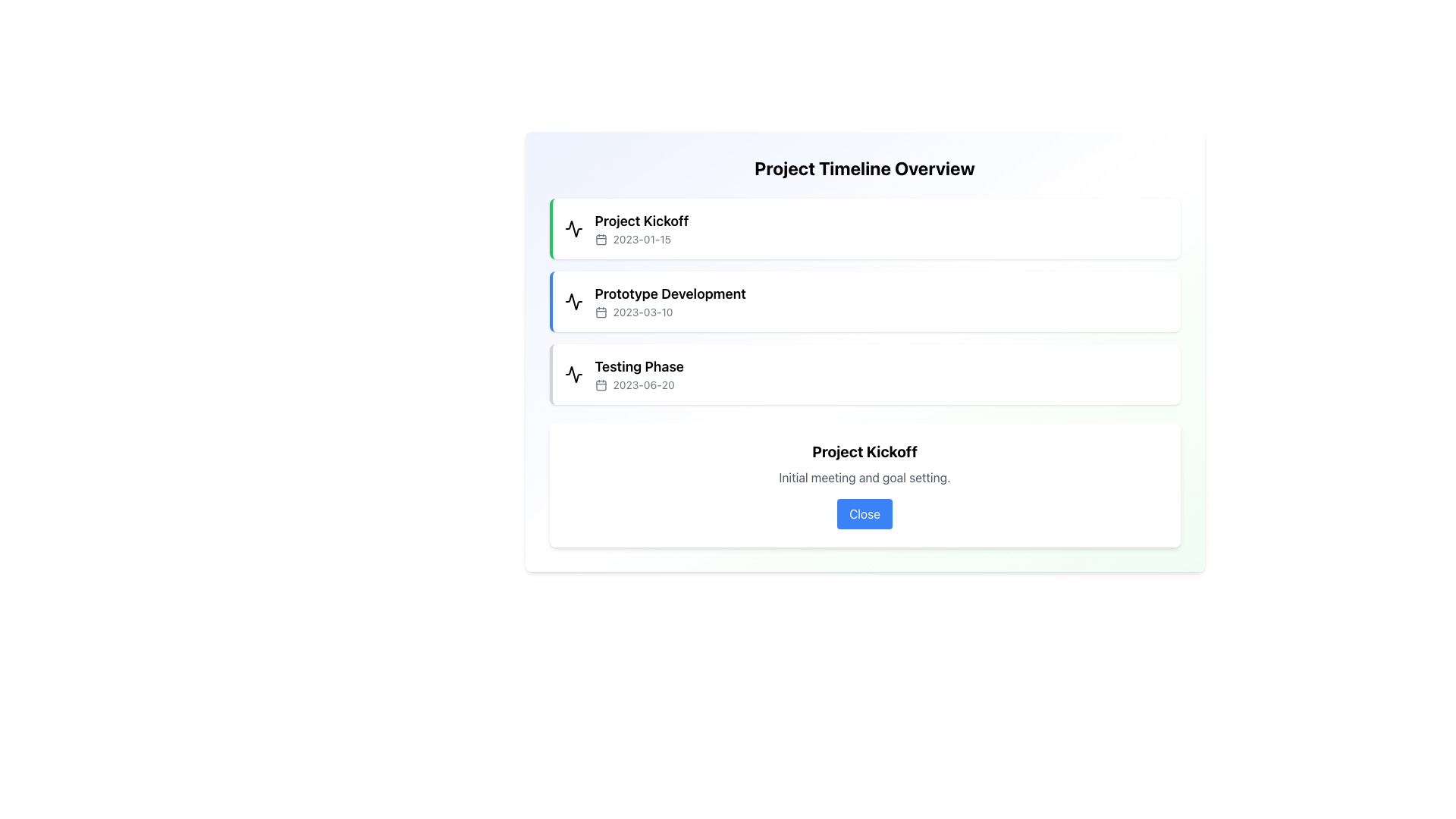 The height and width of the screenshot is (819, 1456). I want to click on the first List item with event information titled 'Project Kickoff', so click(864, 228).